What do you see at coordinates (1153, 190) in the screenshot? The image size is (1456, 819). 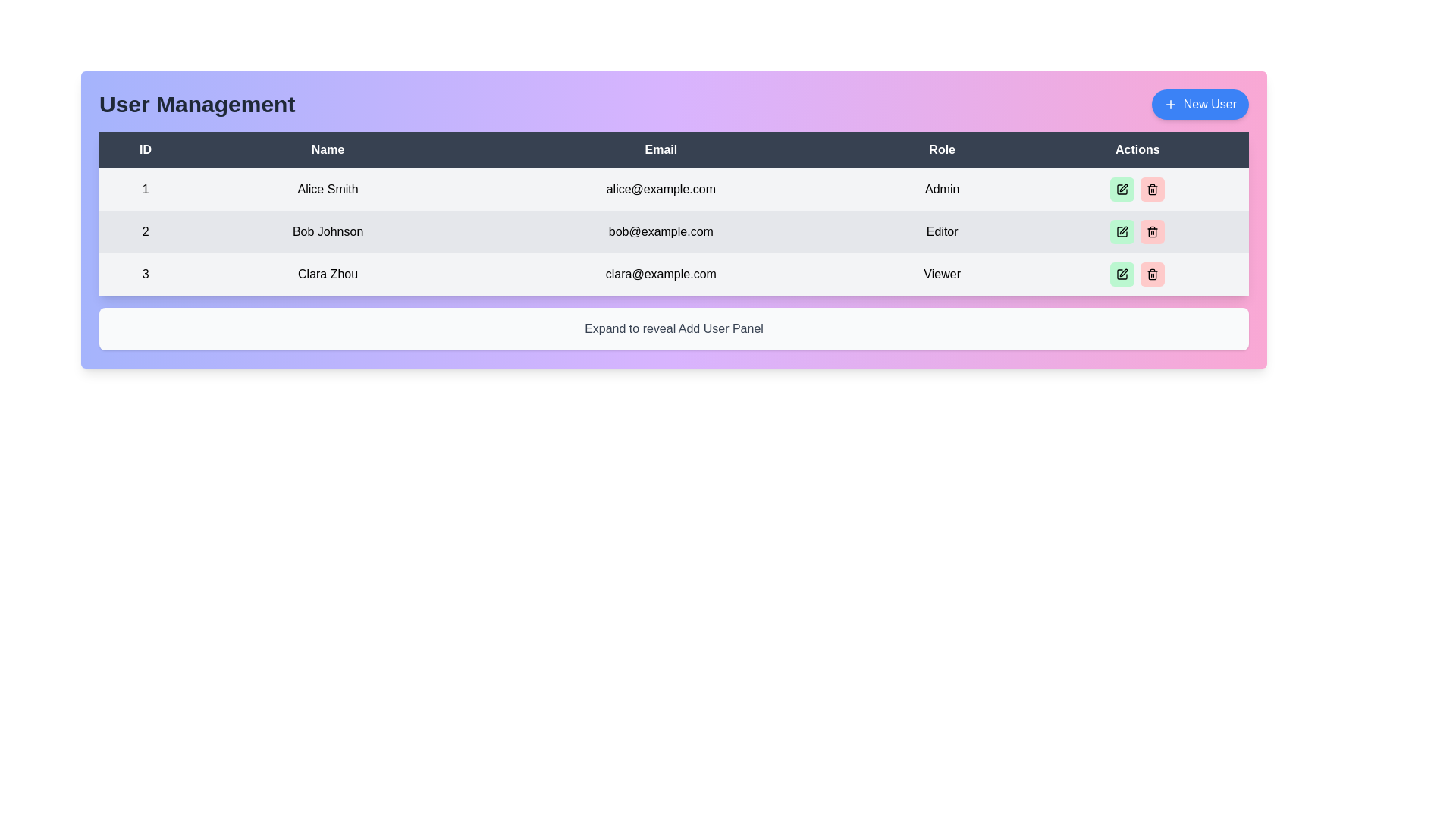 I see `the vertical bar that forms part of the trashcan icon, positioned centrally between the top bar and the base of the trashcan` at bounding box center [1153, 190].